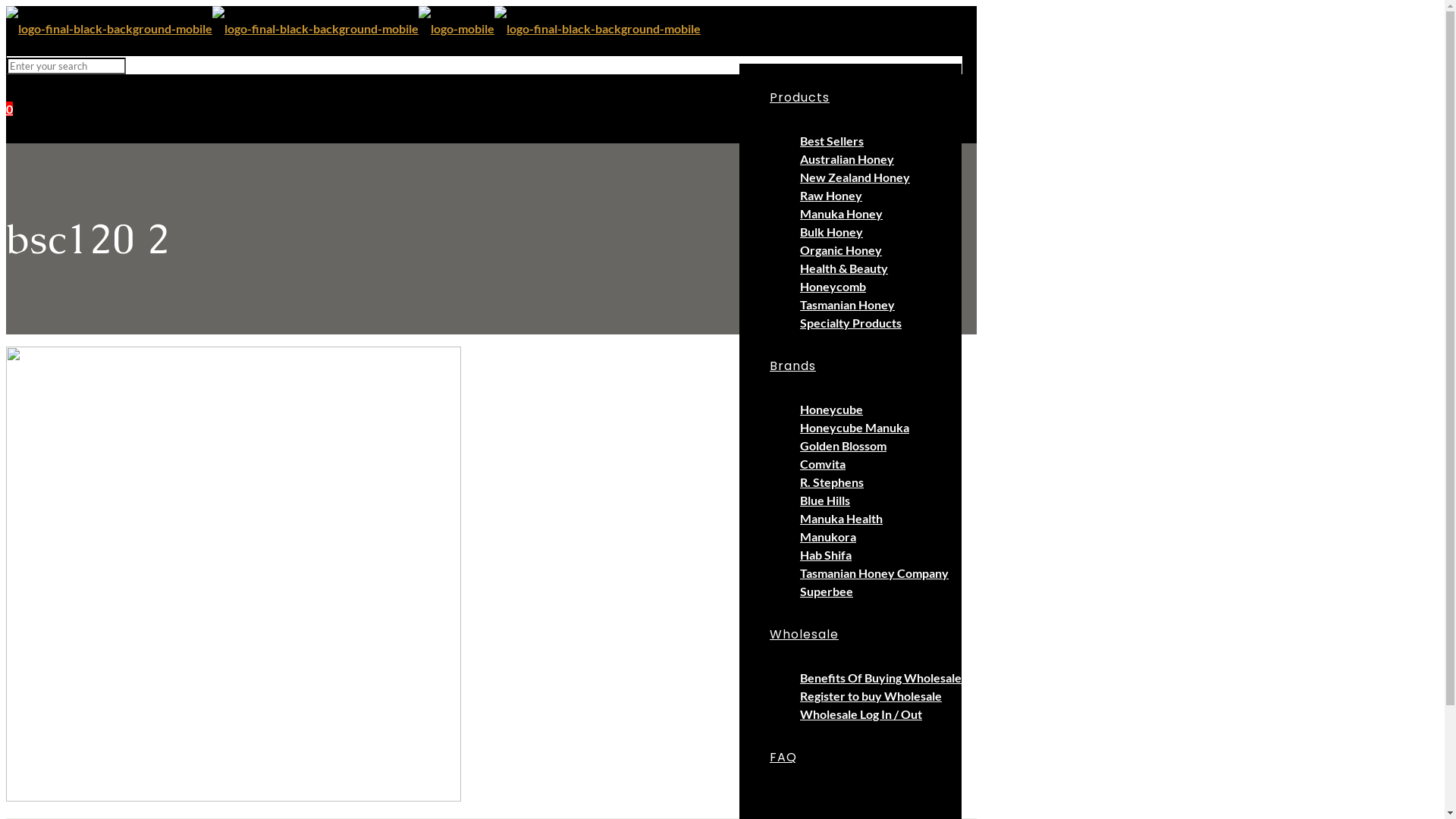 This screenshot has height=819, width=1456. Describe the element at coordinates (799, 97) in the screenshot. I see `'Products'` at that location.